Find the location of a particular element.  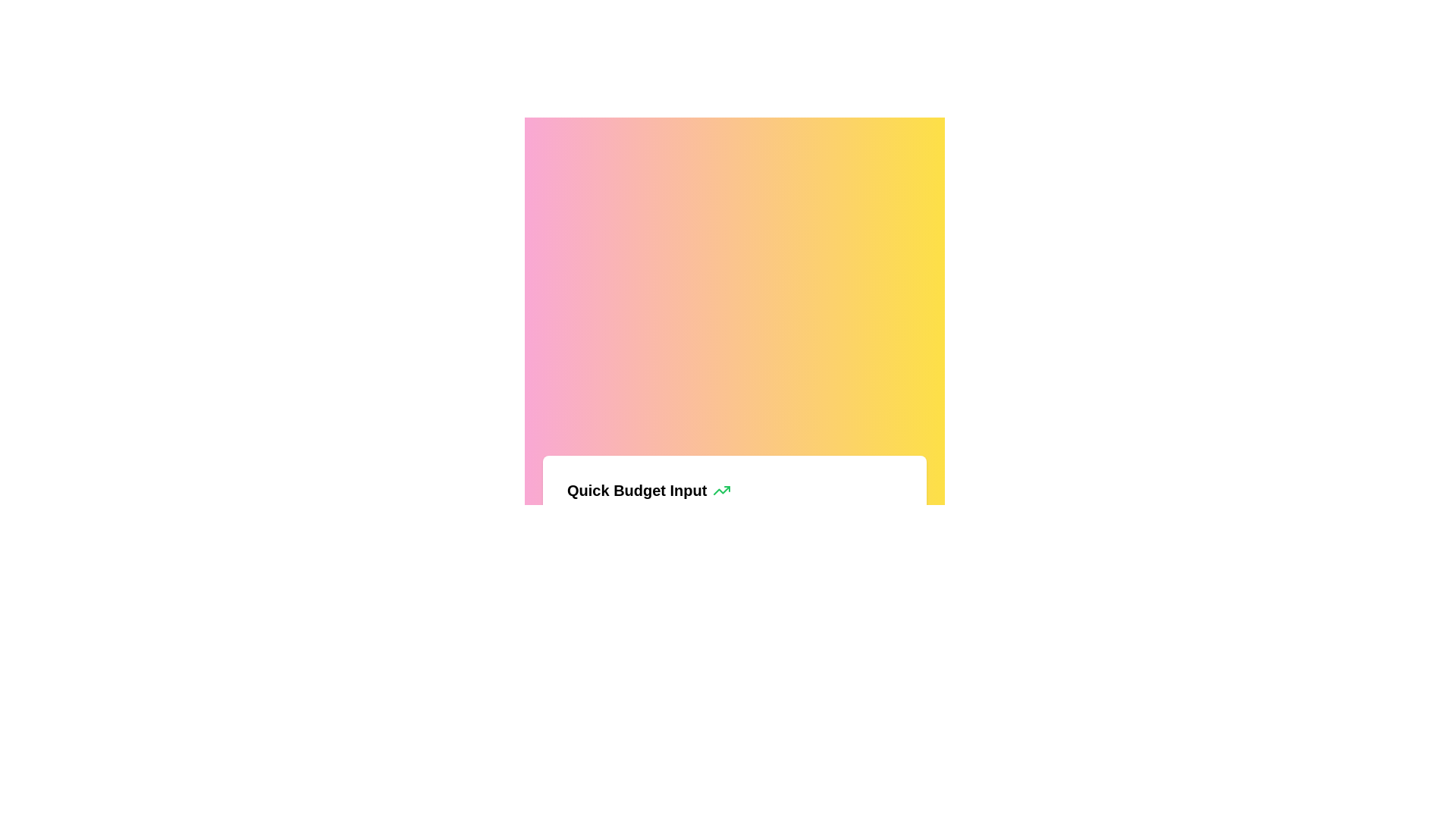

the title text located at the top-left corner of the panel, which provides context for the content below it is located at coordinates (735, 491).